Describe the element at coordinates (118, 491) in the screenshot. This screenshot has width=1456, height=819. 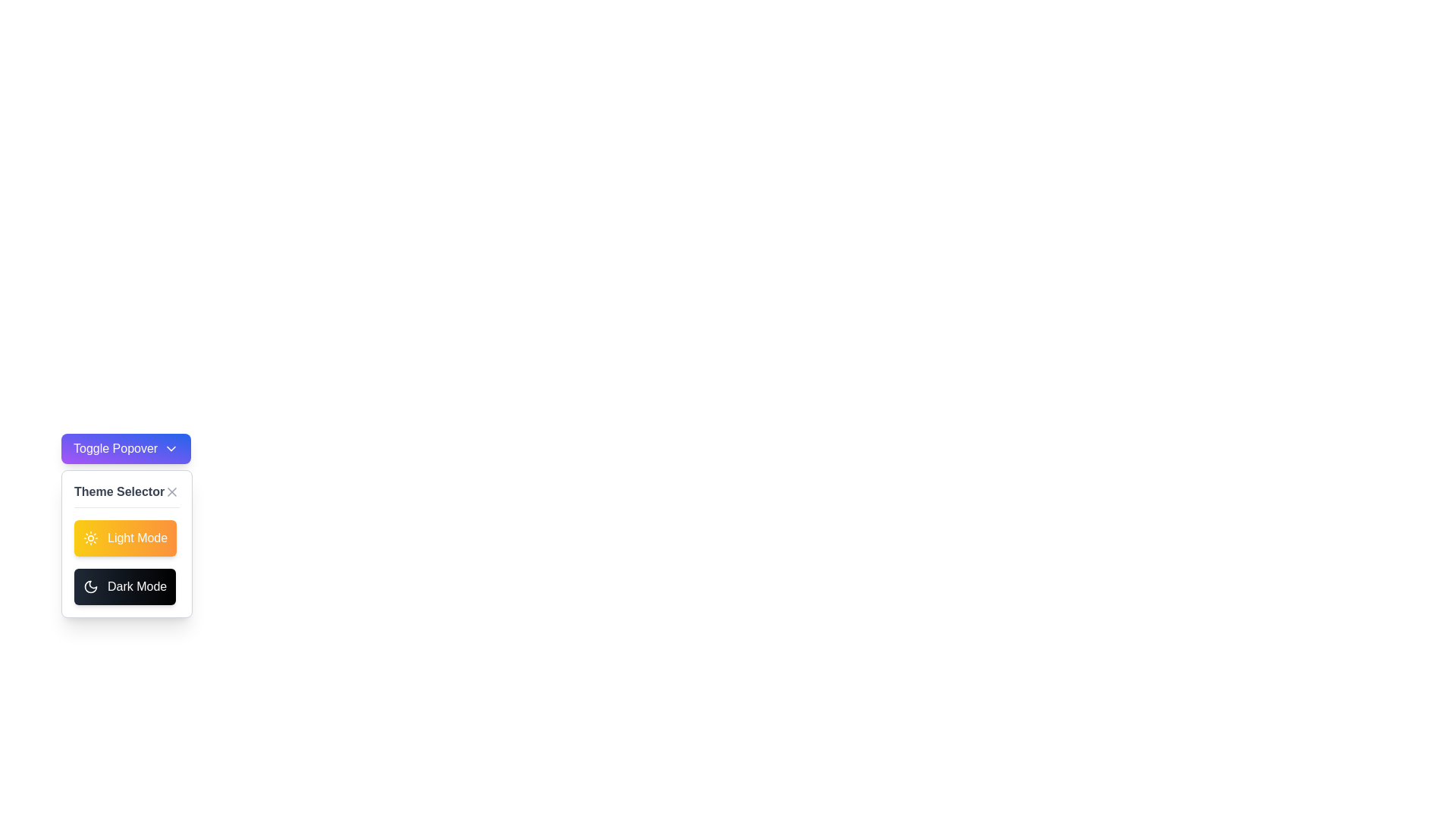
I see `text label located at the top-left corner of the dropdown content panel, which serves as a title for the dropdown options` at that location.